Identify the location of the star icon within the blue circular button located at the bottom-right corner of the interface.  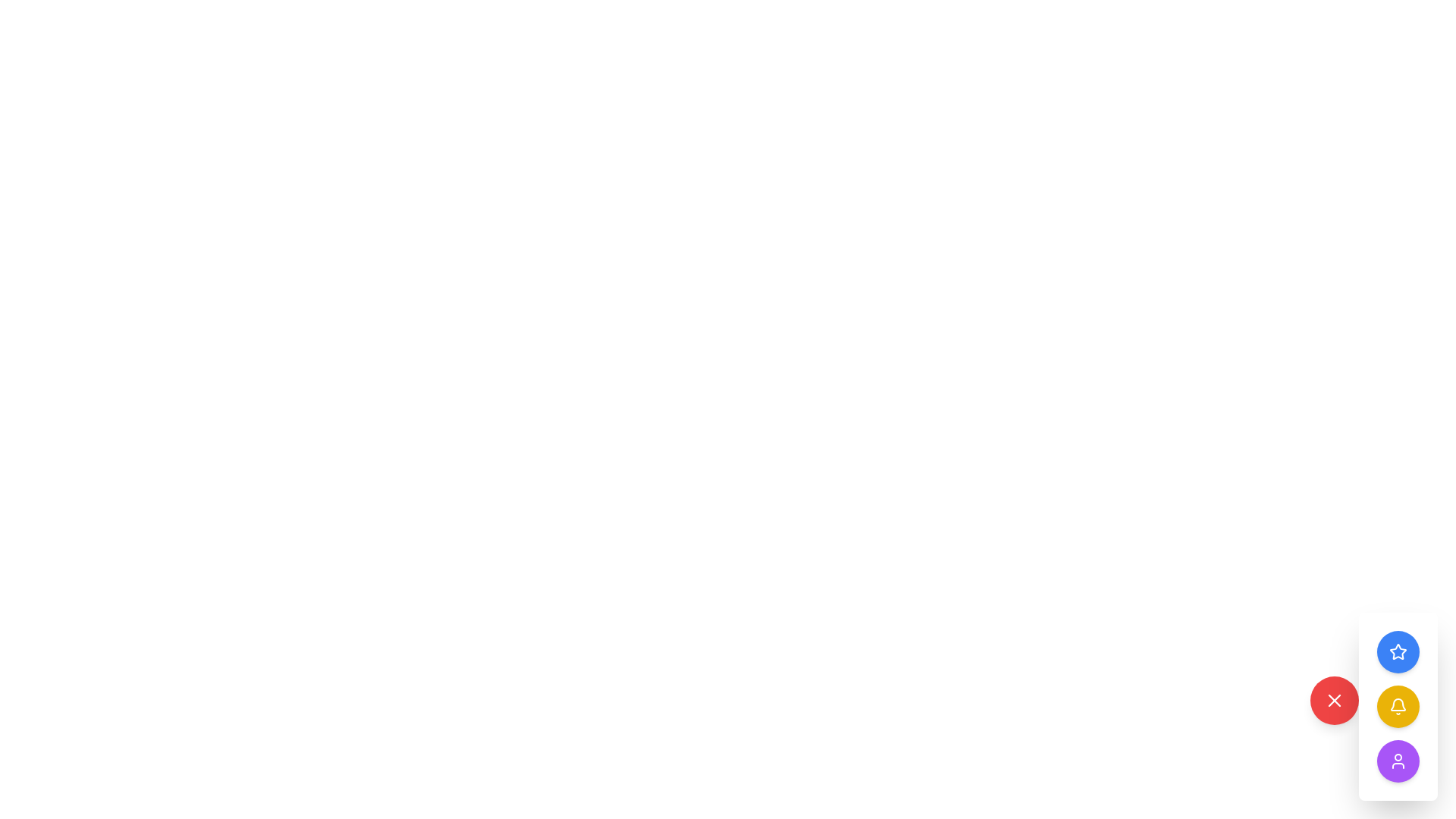
(1397, 651).